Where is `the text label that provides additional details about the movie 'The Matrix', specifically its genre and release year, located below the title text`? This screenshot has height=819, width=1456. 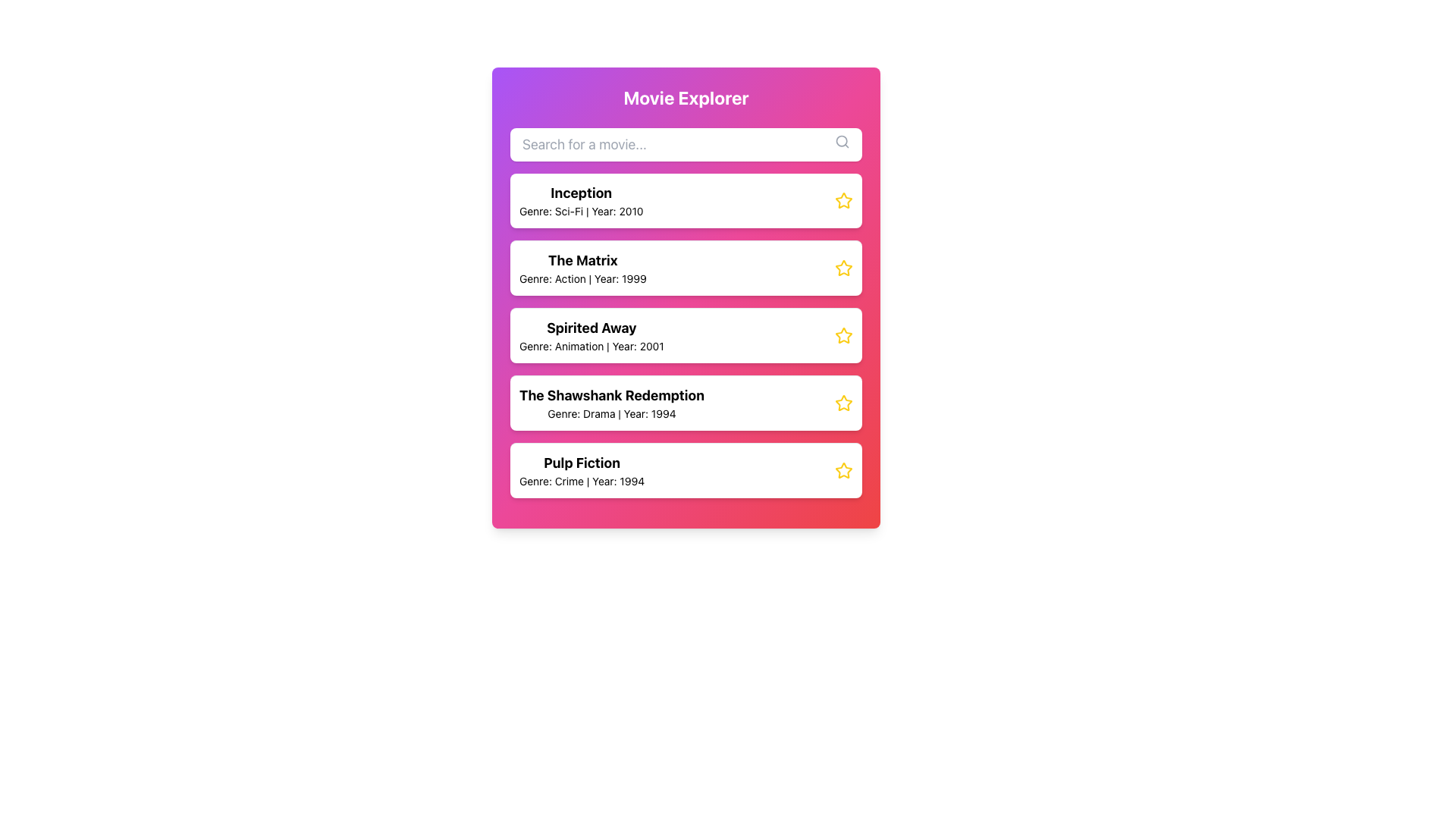
the text label that provides additional details about the movie 'The Matrix', specifically its genre and release year, located below the title text is located at coordinates (582, 278).